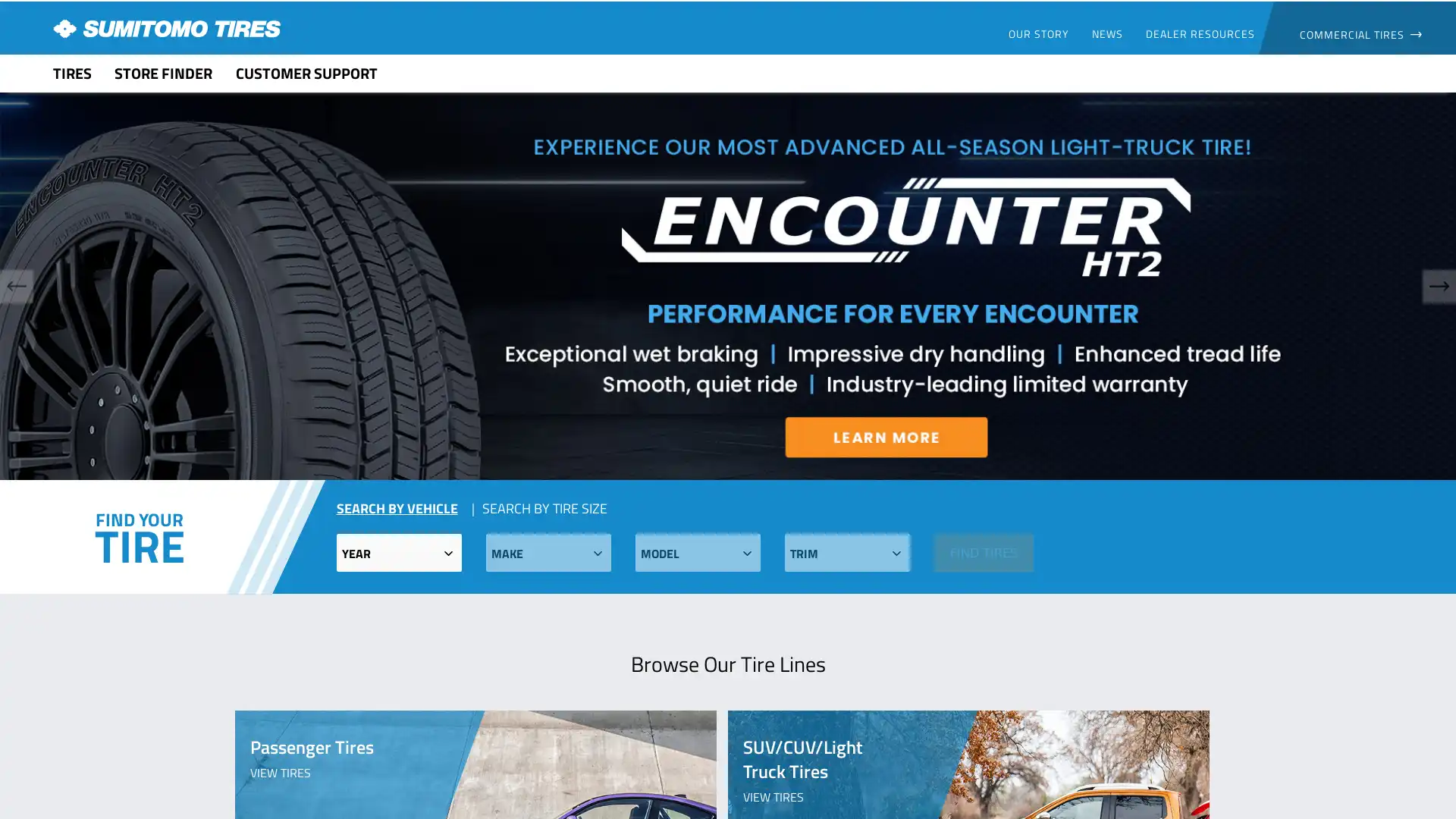  Describe the element at coordinates (983, 552) in the screenshot. I see `FIND TIRES` at that location.